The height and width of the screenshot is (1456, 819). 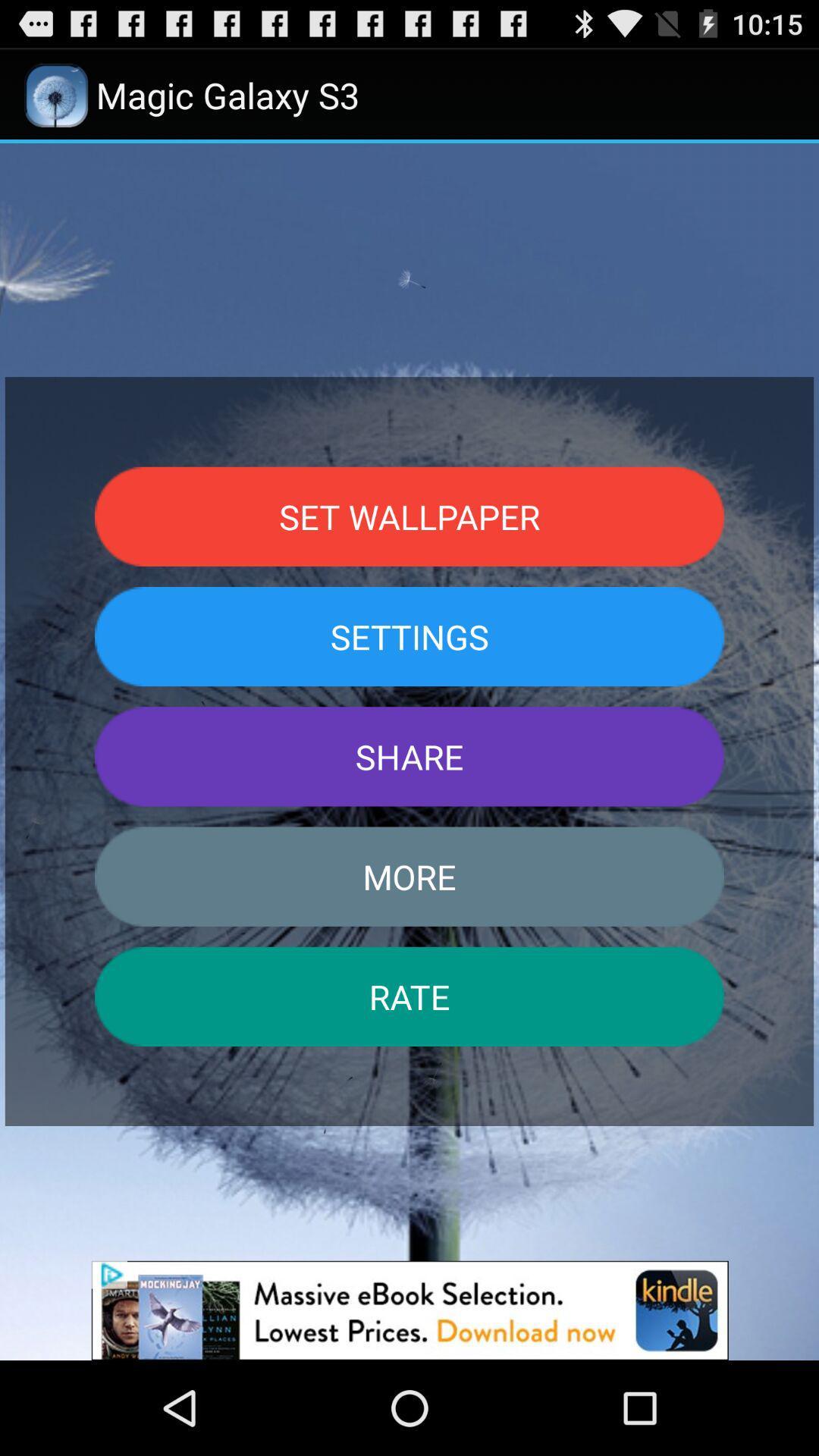 I want to click on click advertisement, so click(x=409, y=1310).